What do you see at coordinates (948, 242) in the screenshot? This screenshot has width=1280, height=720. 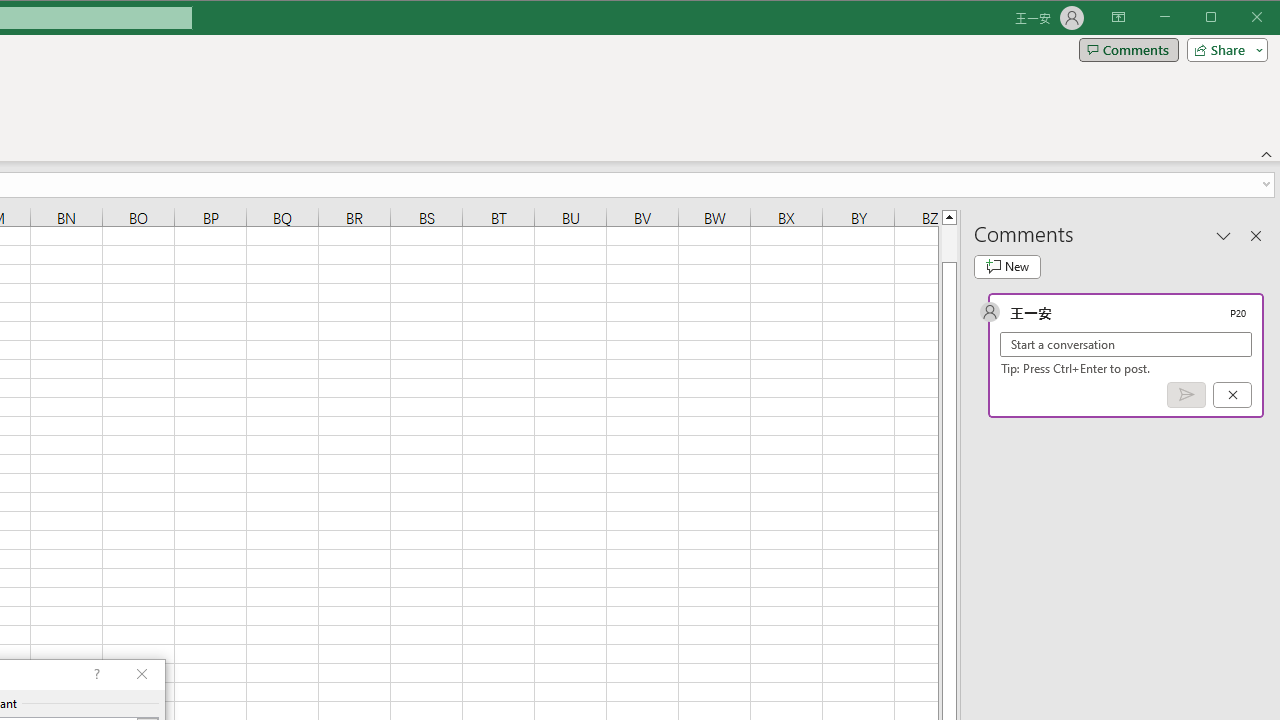 I see `'Page up'` at bounding box center [948, 242].